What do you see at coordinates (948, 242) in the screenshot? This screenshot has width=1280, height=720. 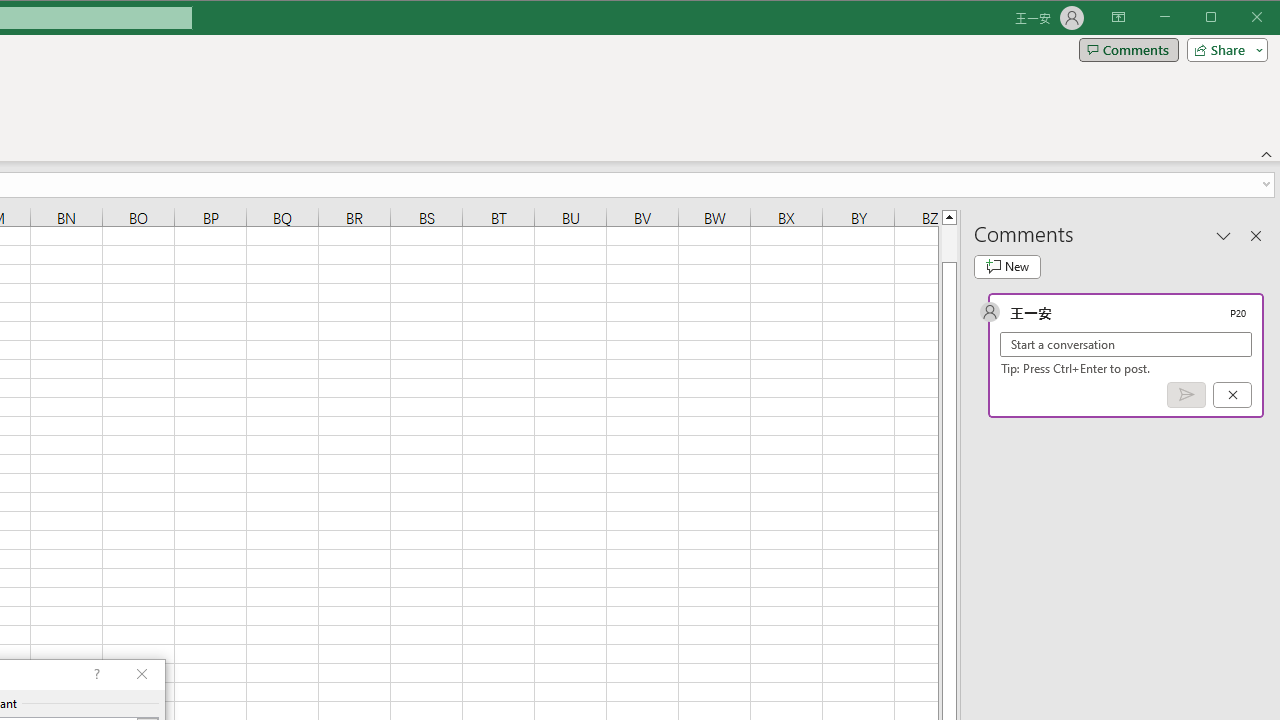 I see `'Page up'` at bounding box center [948, 242].